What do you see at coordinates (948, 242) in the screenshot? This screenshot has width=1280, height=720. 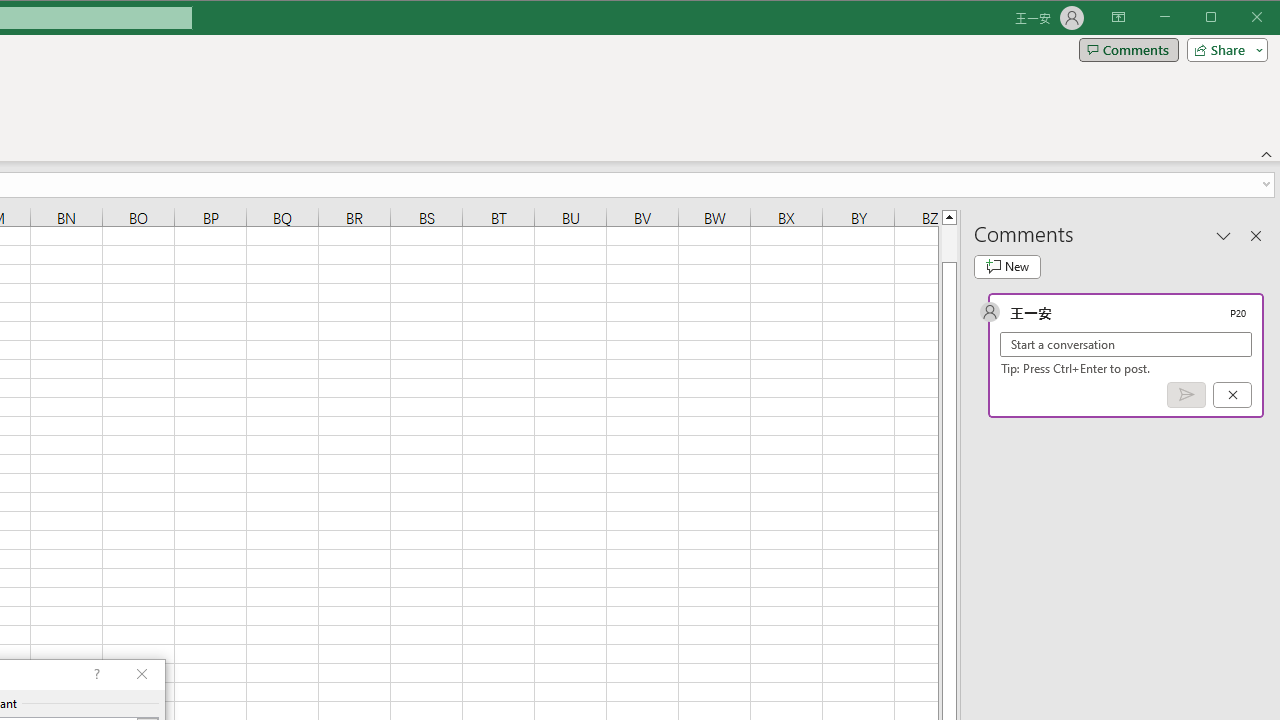 I see `'Page up'` at bounding box center [948, 242].